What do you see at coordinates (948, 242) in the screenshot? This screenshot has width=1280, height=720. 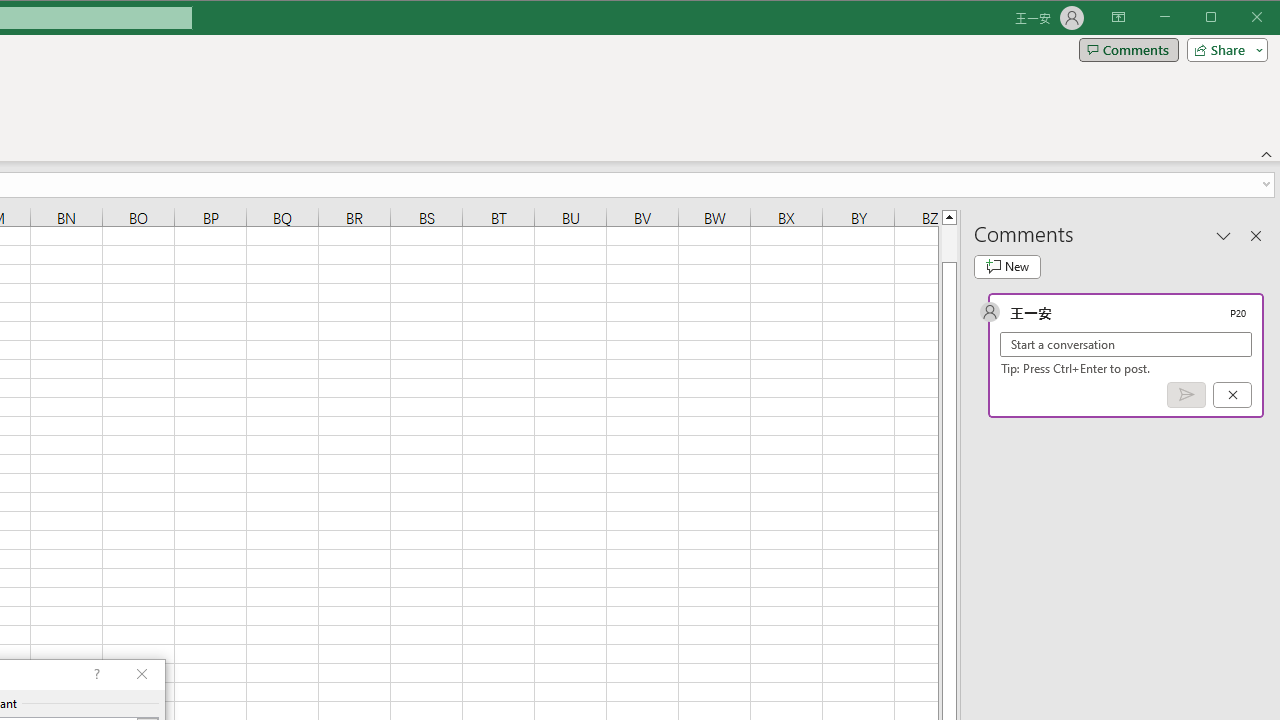 I see `'Page up'` at bounding box center [948, 242].